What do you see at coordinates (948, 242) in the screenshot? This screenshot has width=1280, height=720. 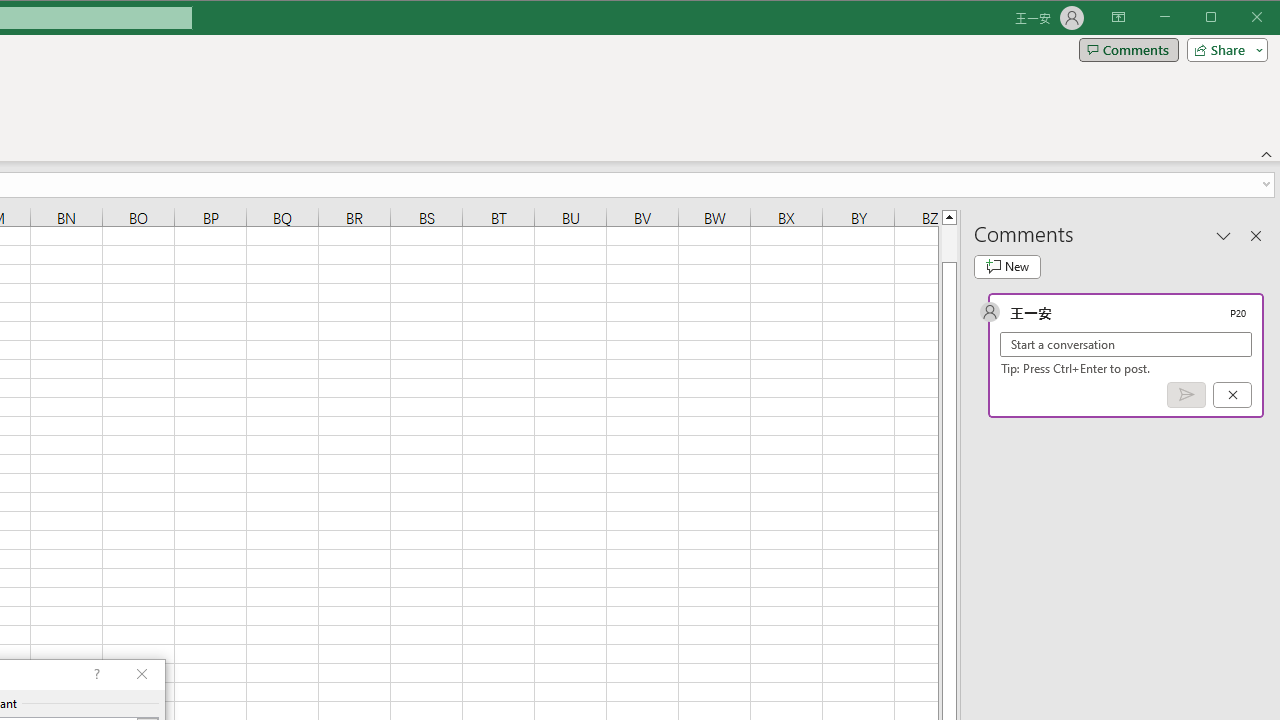 I see `'Page up'` at bounding box center [948, 242].